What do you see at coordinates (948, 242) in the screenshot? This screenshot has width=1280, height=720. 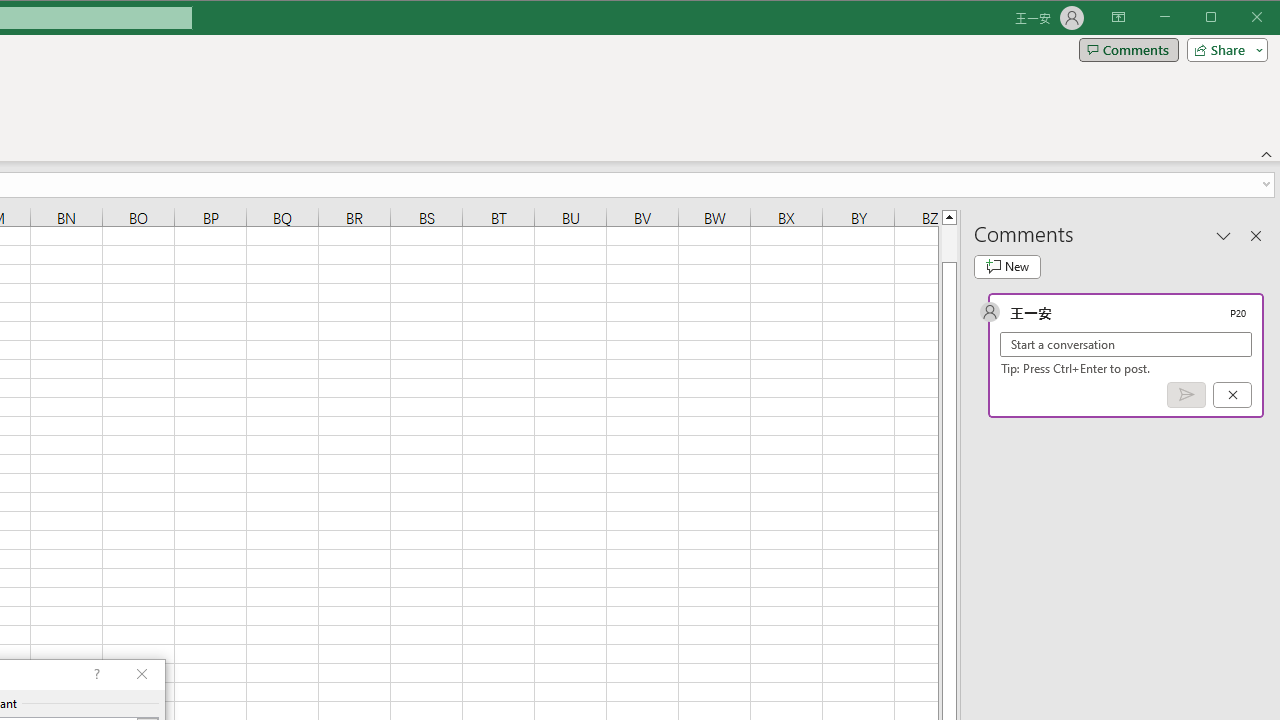 I see `'Page up'` at bounding box center [948, 242].